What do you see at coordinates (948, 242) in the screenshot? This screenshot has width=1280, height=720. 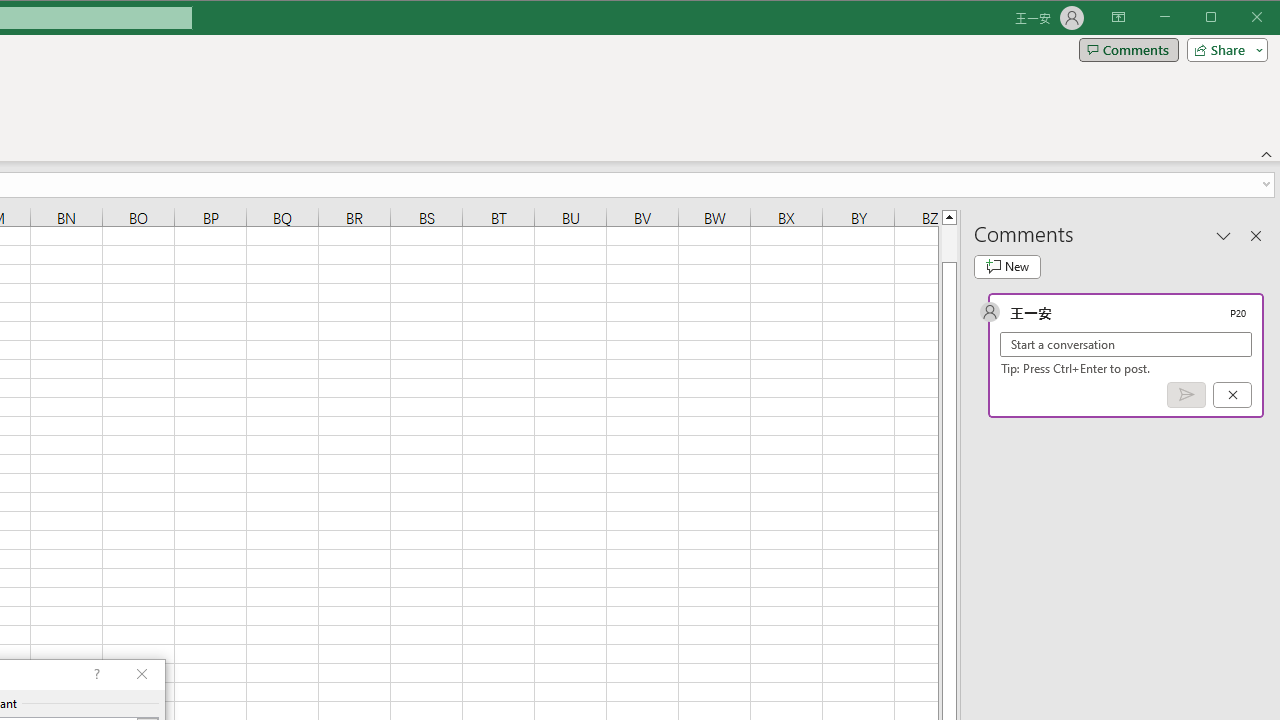 I see `'Page up'` at bounding box center [948, 242].